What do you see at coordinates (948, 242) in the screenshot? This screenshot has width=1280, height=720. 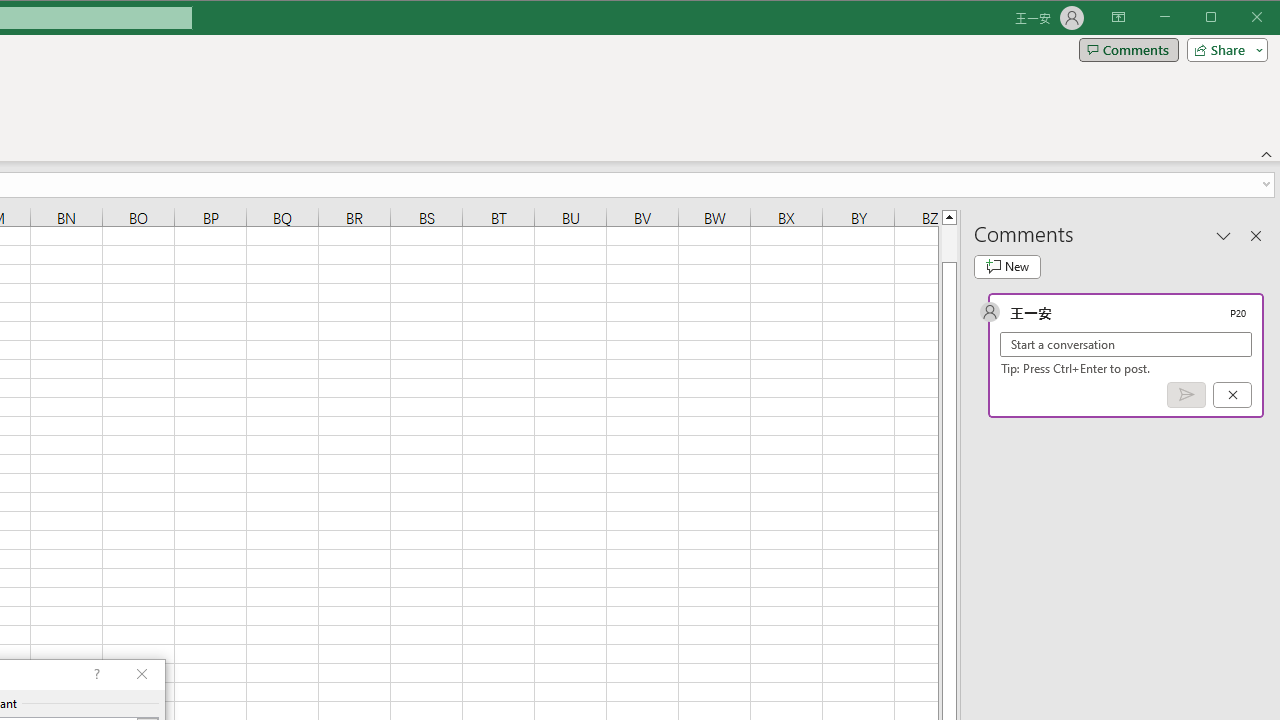 I see `'Page up'` at bounding box center [948, 242].